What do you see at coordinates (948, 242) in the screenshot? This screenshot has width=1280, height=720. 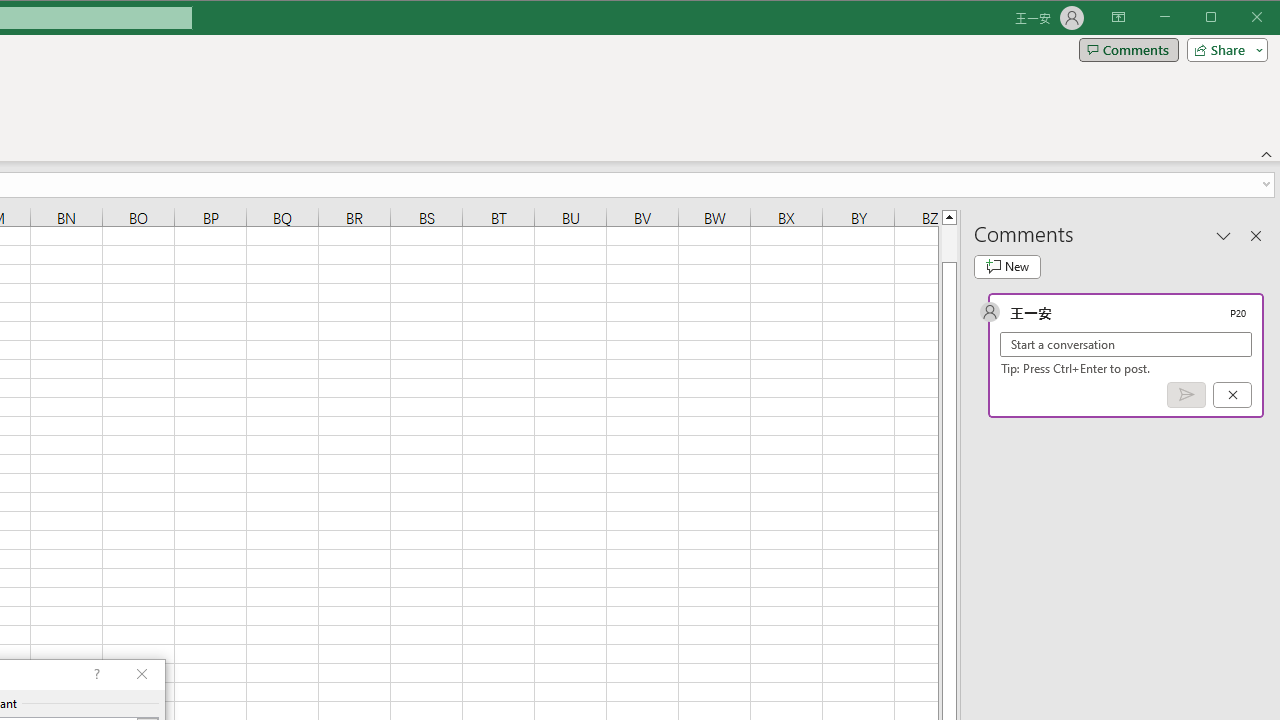 I see `'Page up'` at bounding box center [948, 242].